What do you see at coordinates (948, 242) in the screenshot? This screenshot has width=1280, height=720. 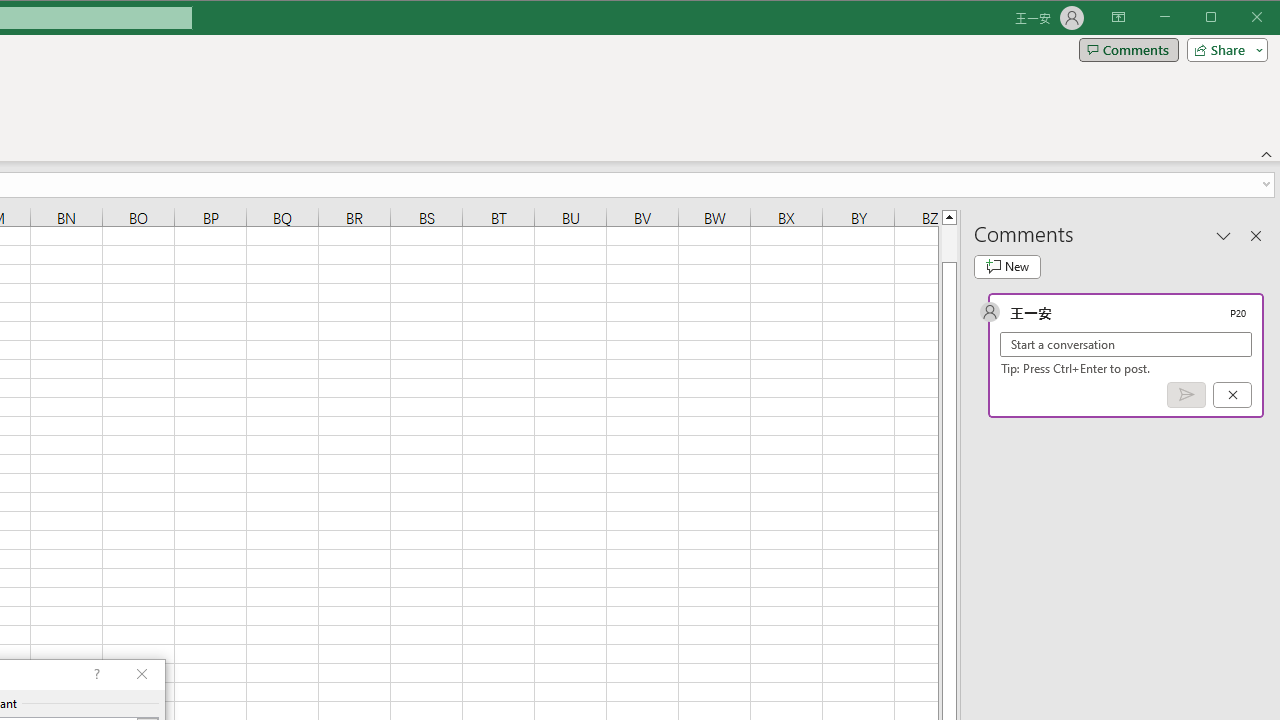 I see `'Page up'` at bounding box center [948, 242].